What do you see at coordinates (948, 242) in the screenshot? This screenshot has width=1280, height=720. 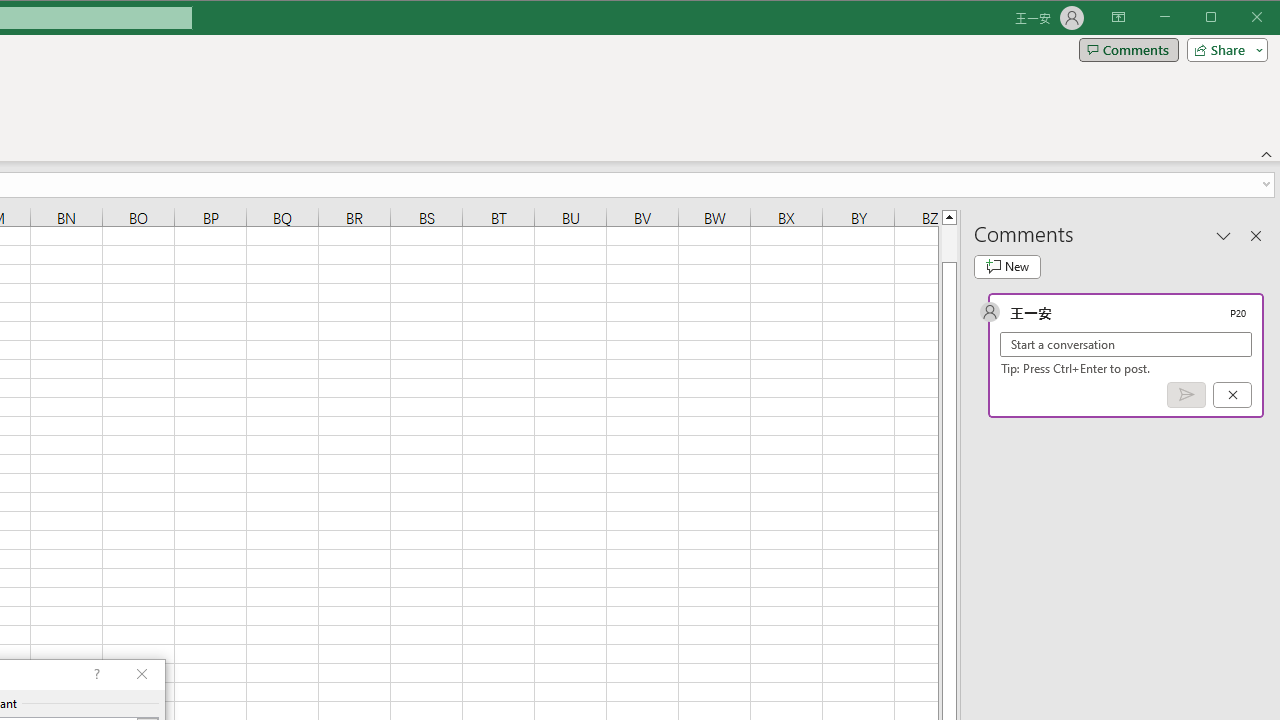 I see `'Page up'` at bounding box center [948, 242].